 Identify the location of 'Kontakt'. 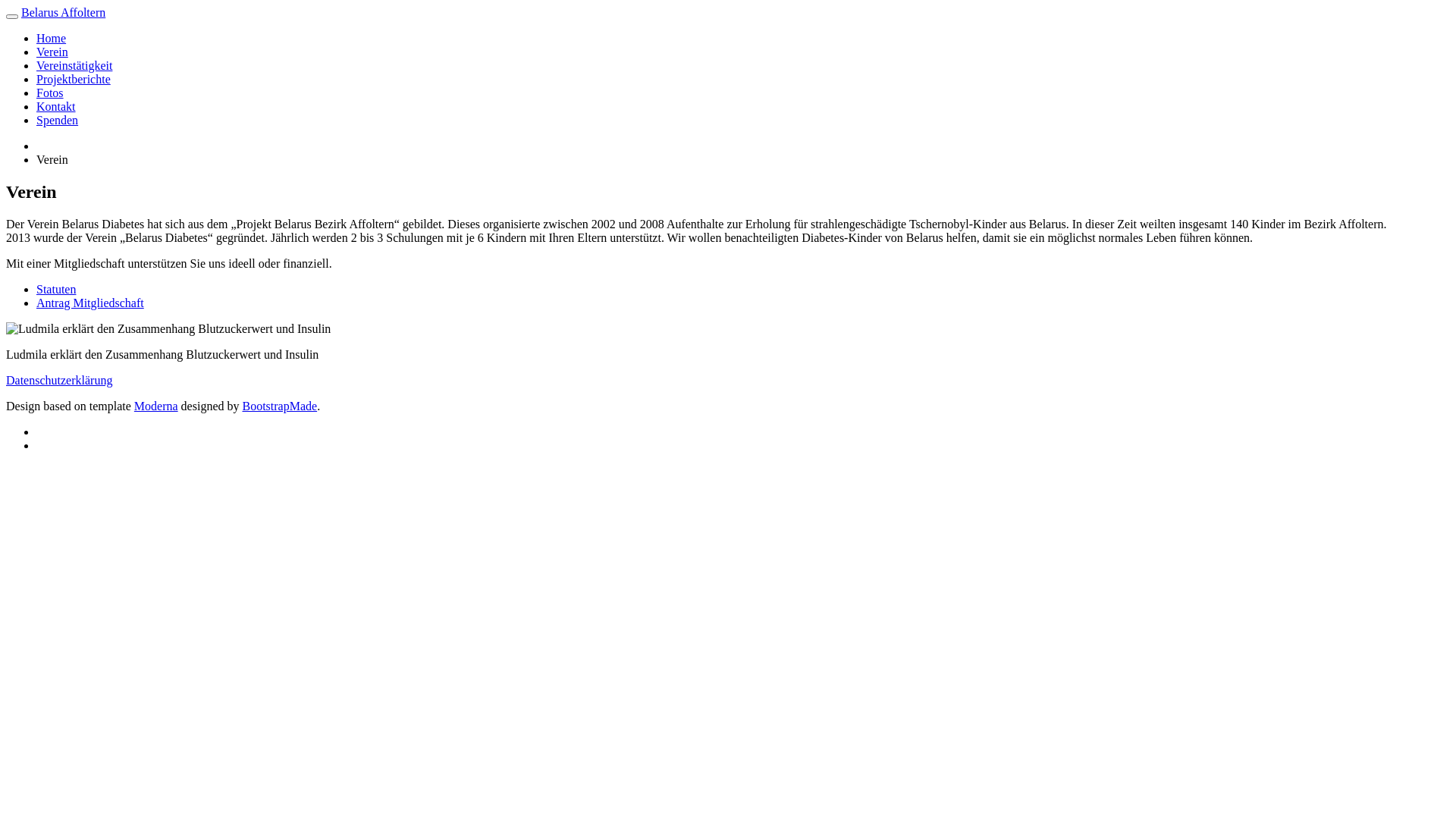
(36, 105).